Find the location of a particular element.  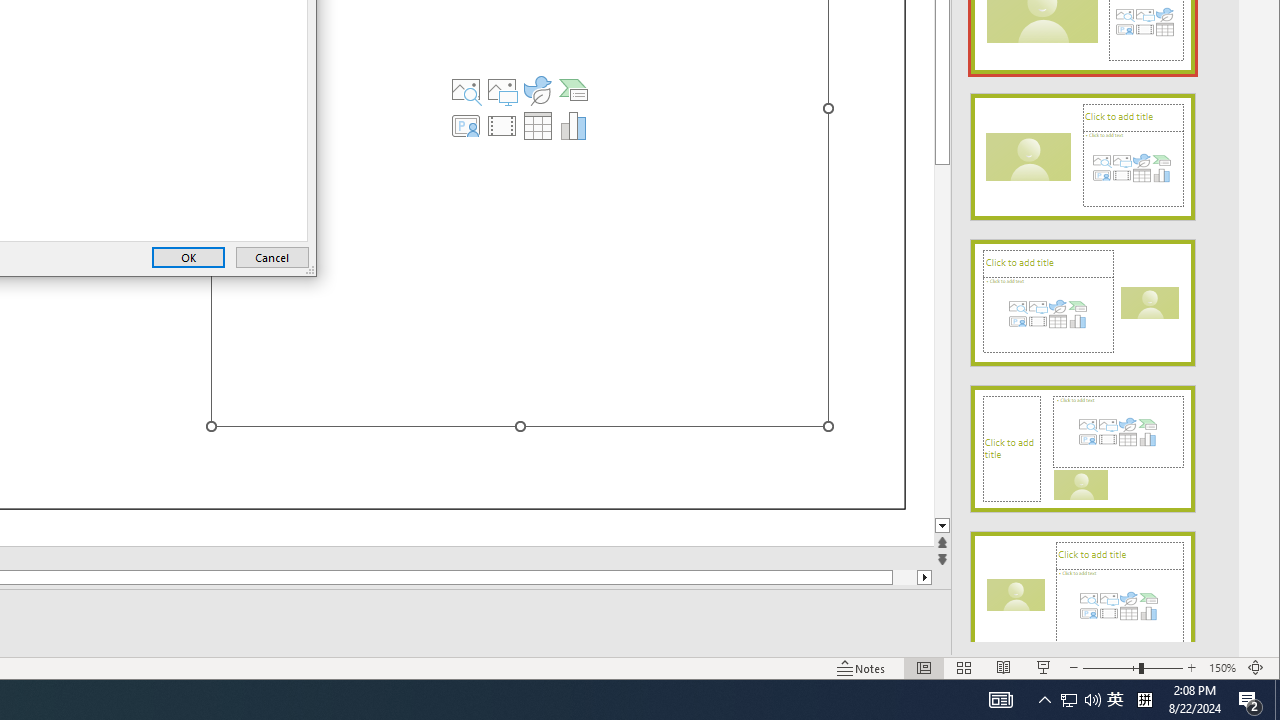

'Insert Cameo' is located at coordinates (465, 125).